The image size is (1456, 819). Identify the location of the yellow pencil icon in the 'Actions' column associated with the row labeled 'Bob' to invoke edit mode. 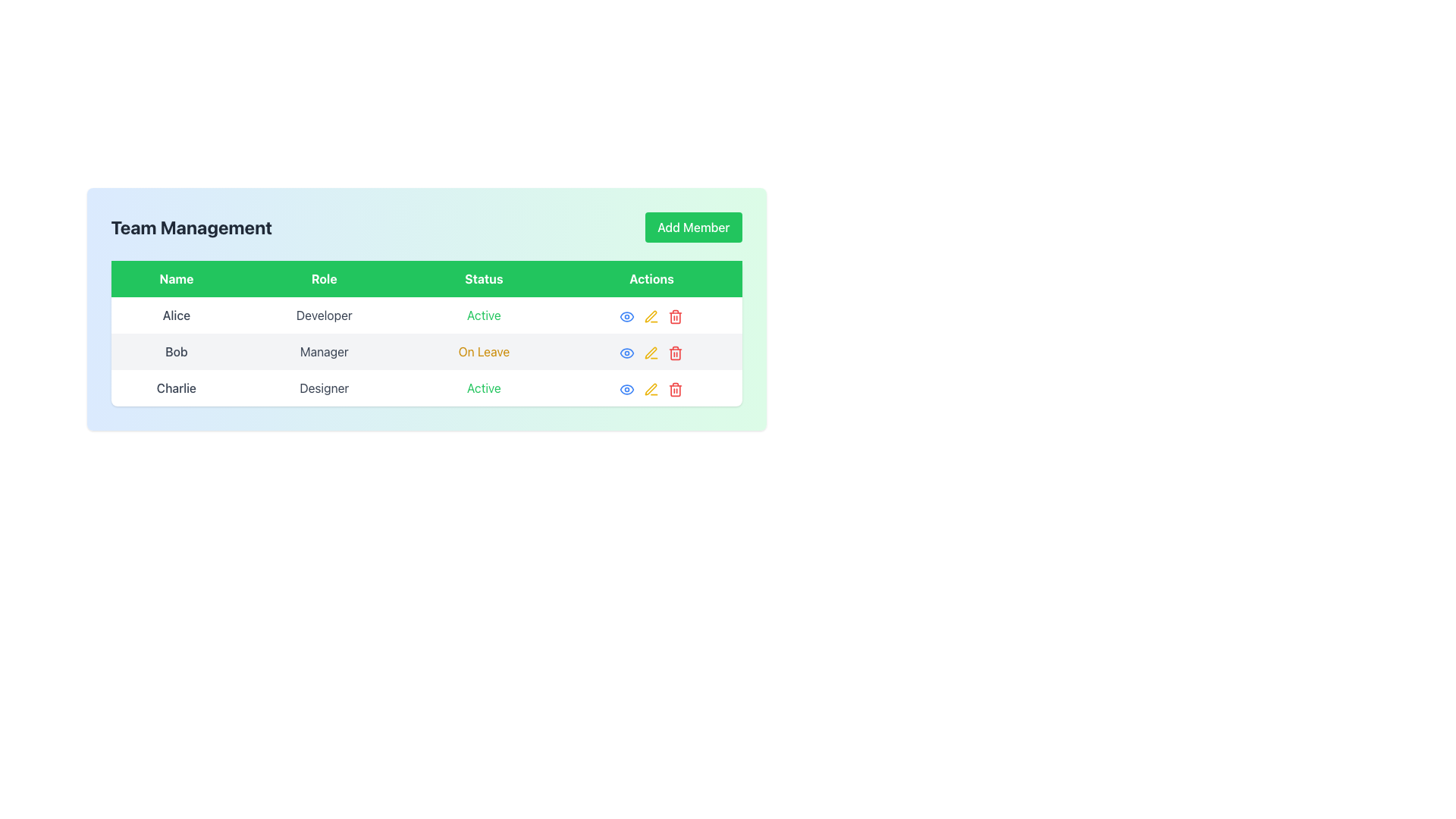
(651, 315).